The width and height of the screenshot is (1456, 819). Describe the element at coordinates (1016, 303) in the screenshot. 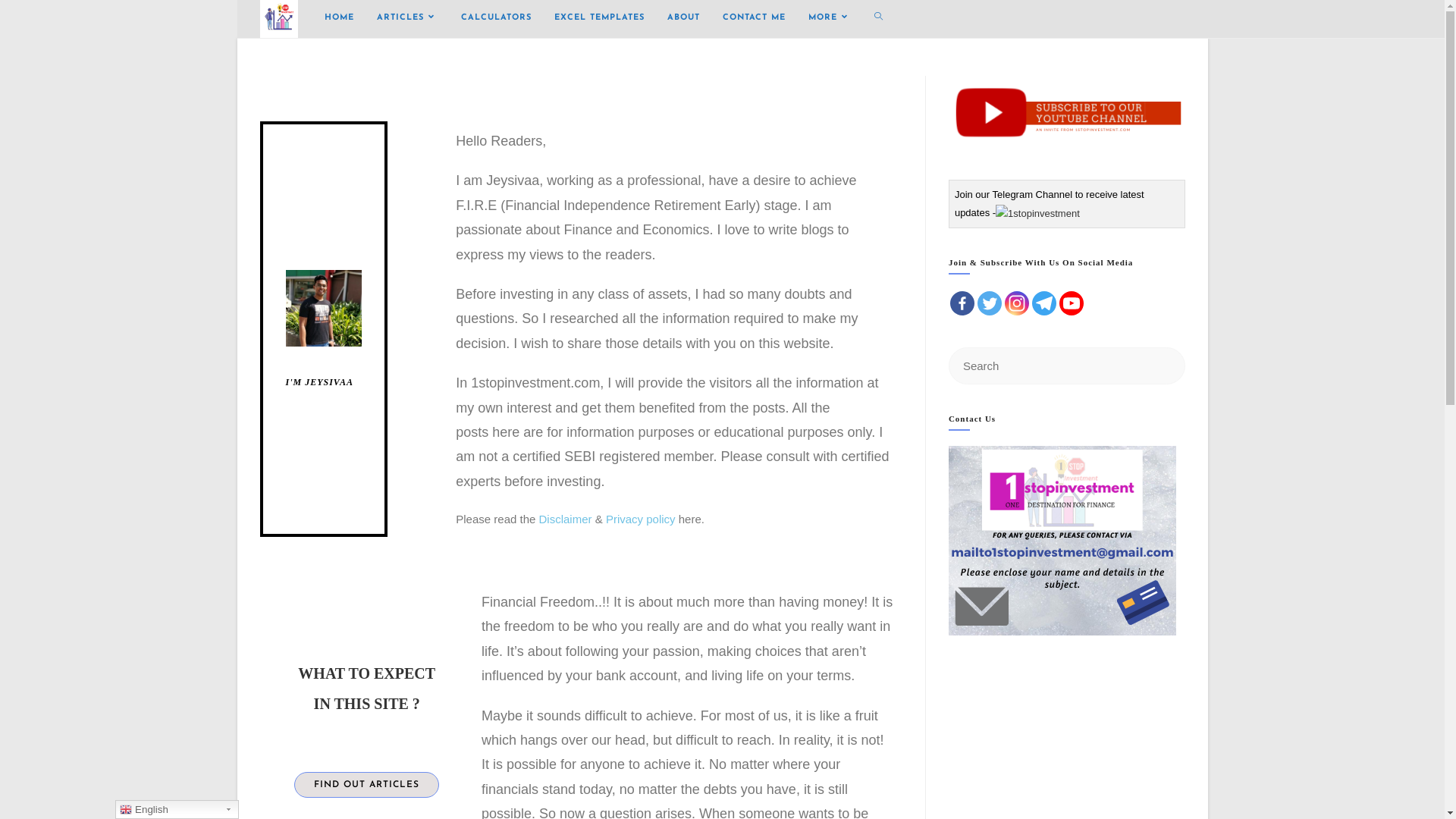

I see `'Instagram'` at that location.